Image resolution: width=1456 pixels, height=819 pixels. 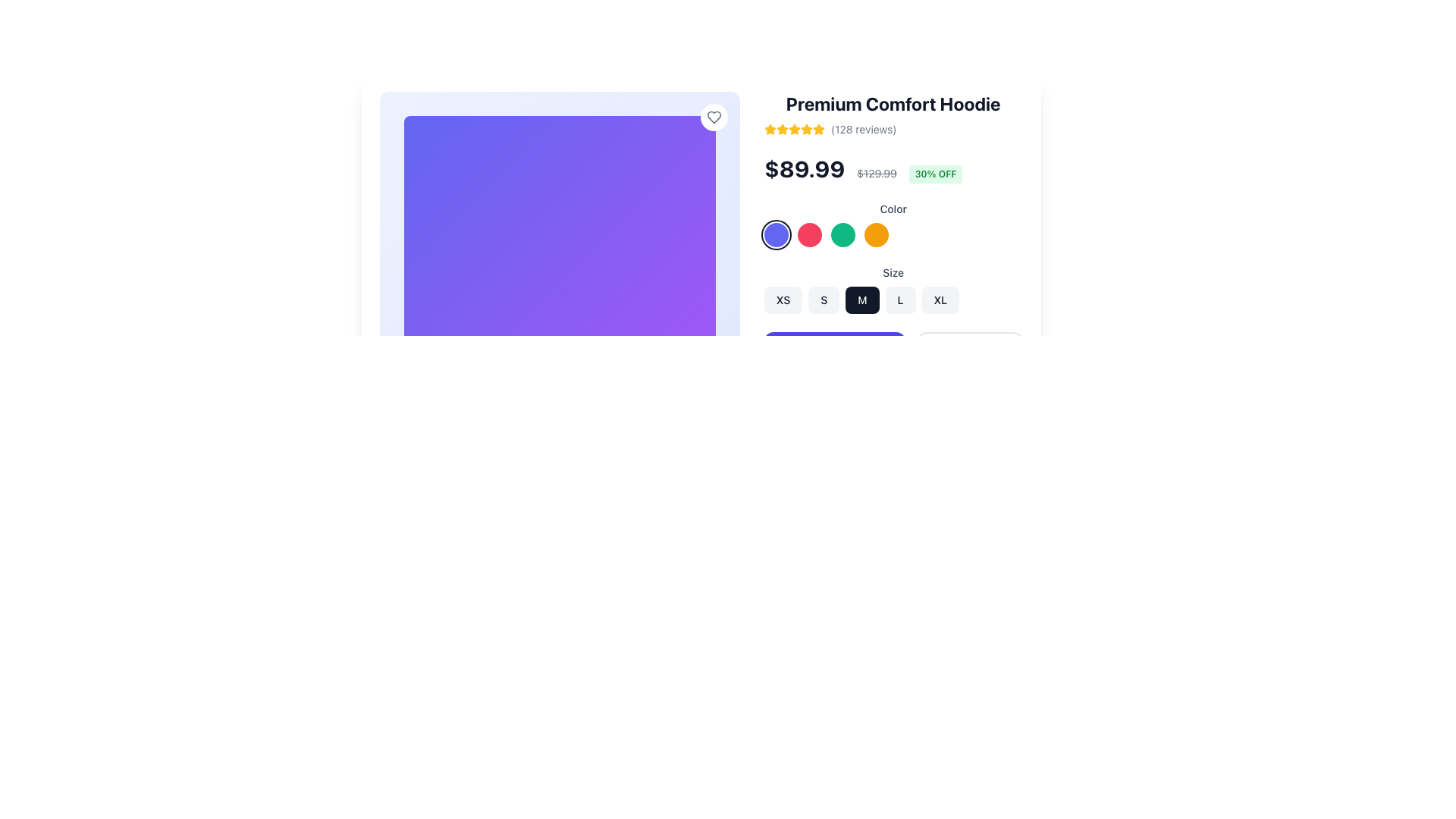 I want to click on the first star icon used for ratings, which is filled with an amber-yellow color, located under the heading 'Premium Comfort Hoodie', so click(x=770, y=128).